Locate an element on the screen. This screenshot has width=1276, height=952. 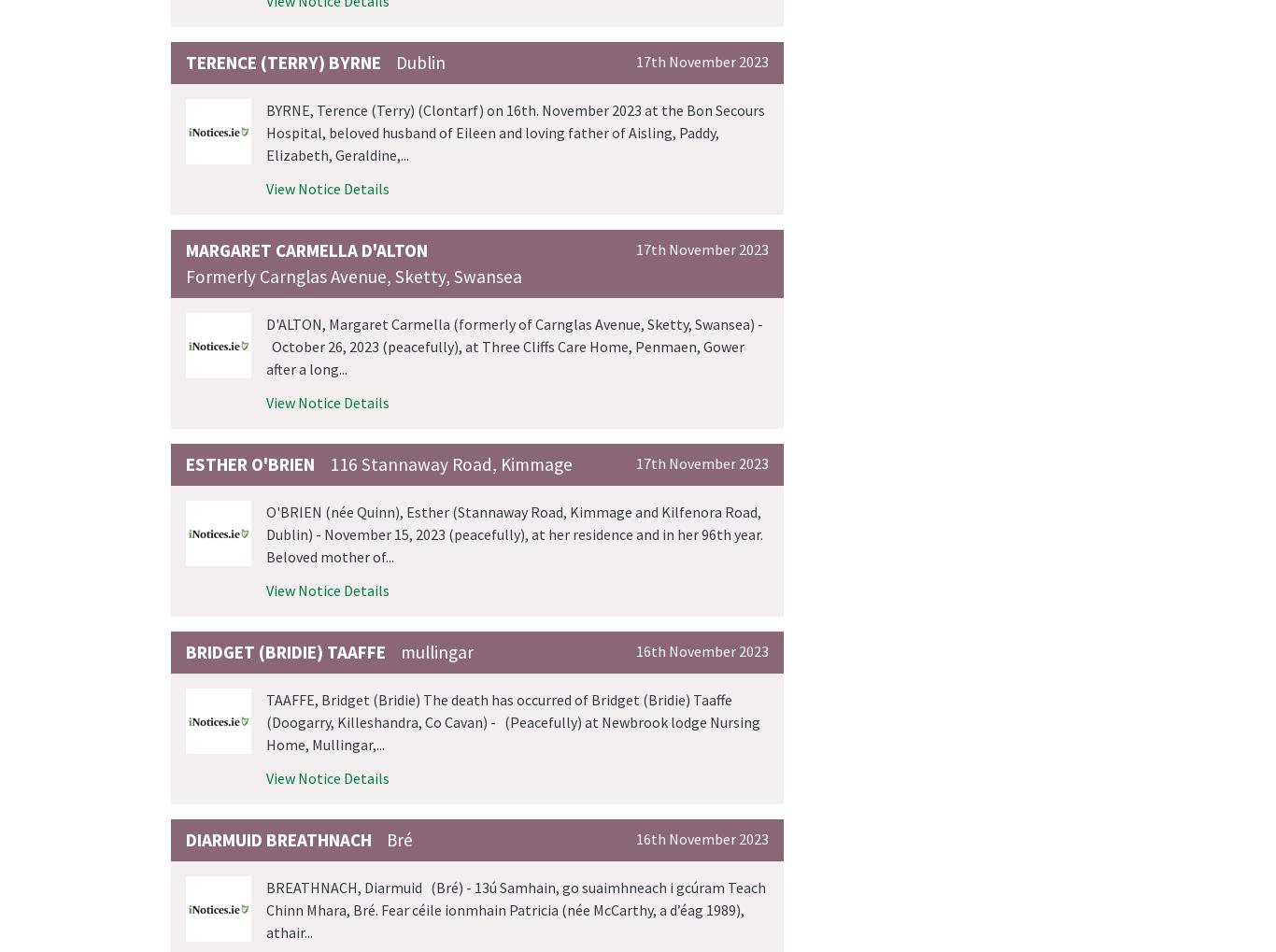
'TAAFFE, Bridget (Bridie)                     The death has occurred of  Bridget (Bridie) Taaffe  (Doogarry, Killeshandra, Co Cavan) -     (Peacefully) at Newbrook lodge Nursing Home, Mullingar,...' is located at coordinates (513, 719).